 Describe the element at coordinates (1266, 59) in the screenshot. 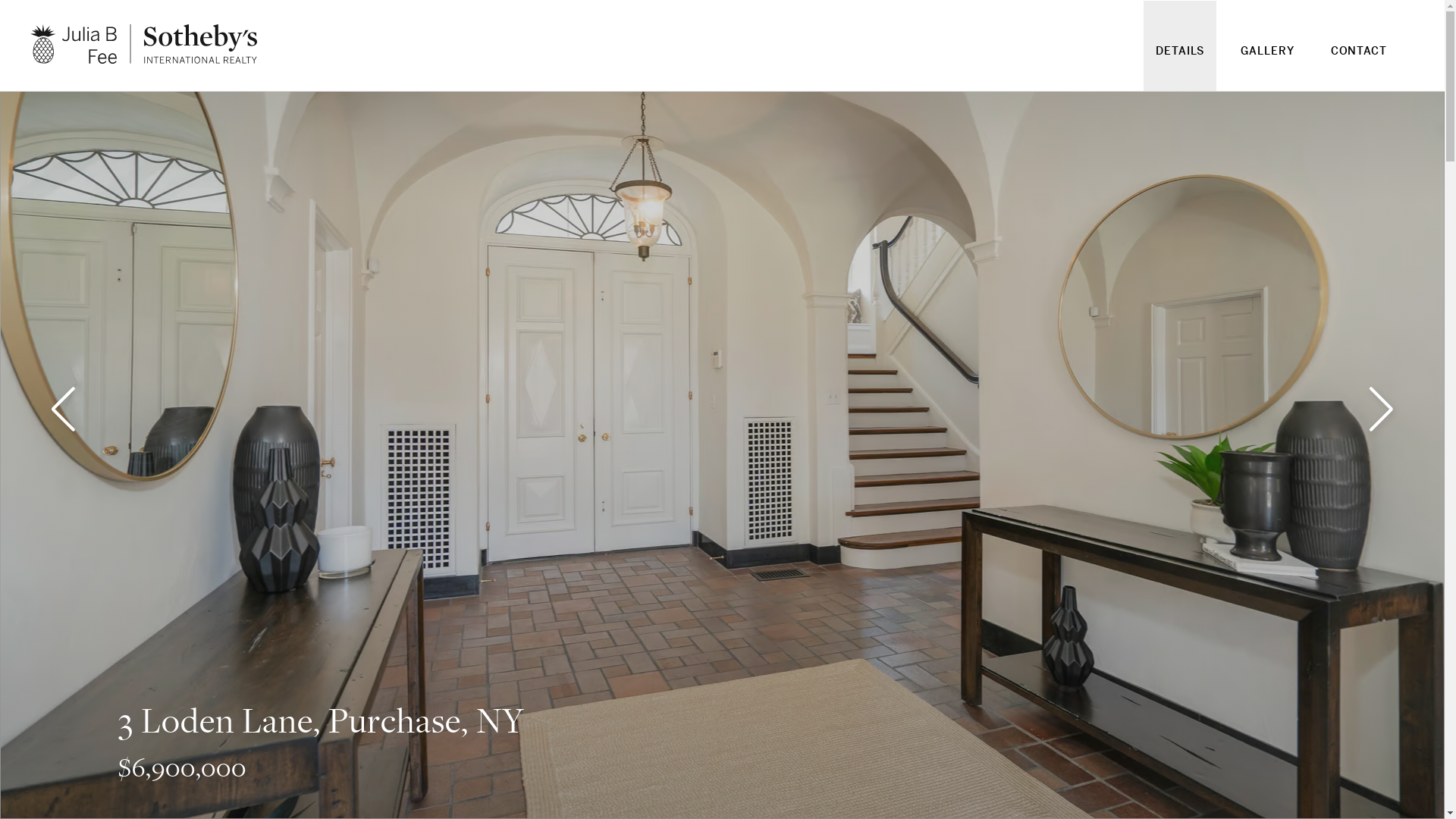

I see `'GALLERY'` at that location.